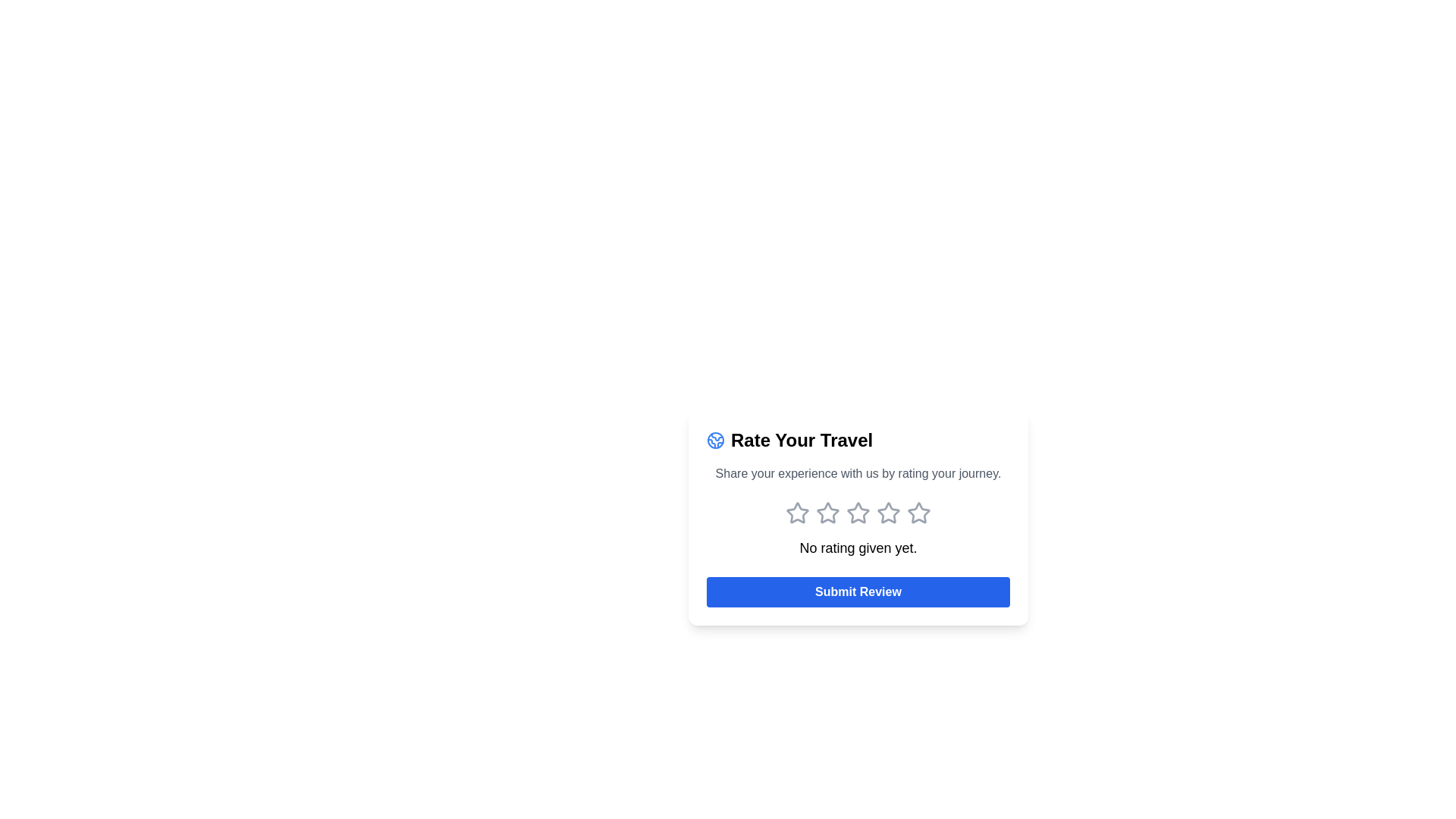 The width and height of the screenshot is (1456, 819). What do you see at coordinates (796, 512) in the screenshot?
I see `the first interactive star icon used for rating` at bounding box center [796, 512].